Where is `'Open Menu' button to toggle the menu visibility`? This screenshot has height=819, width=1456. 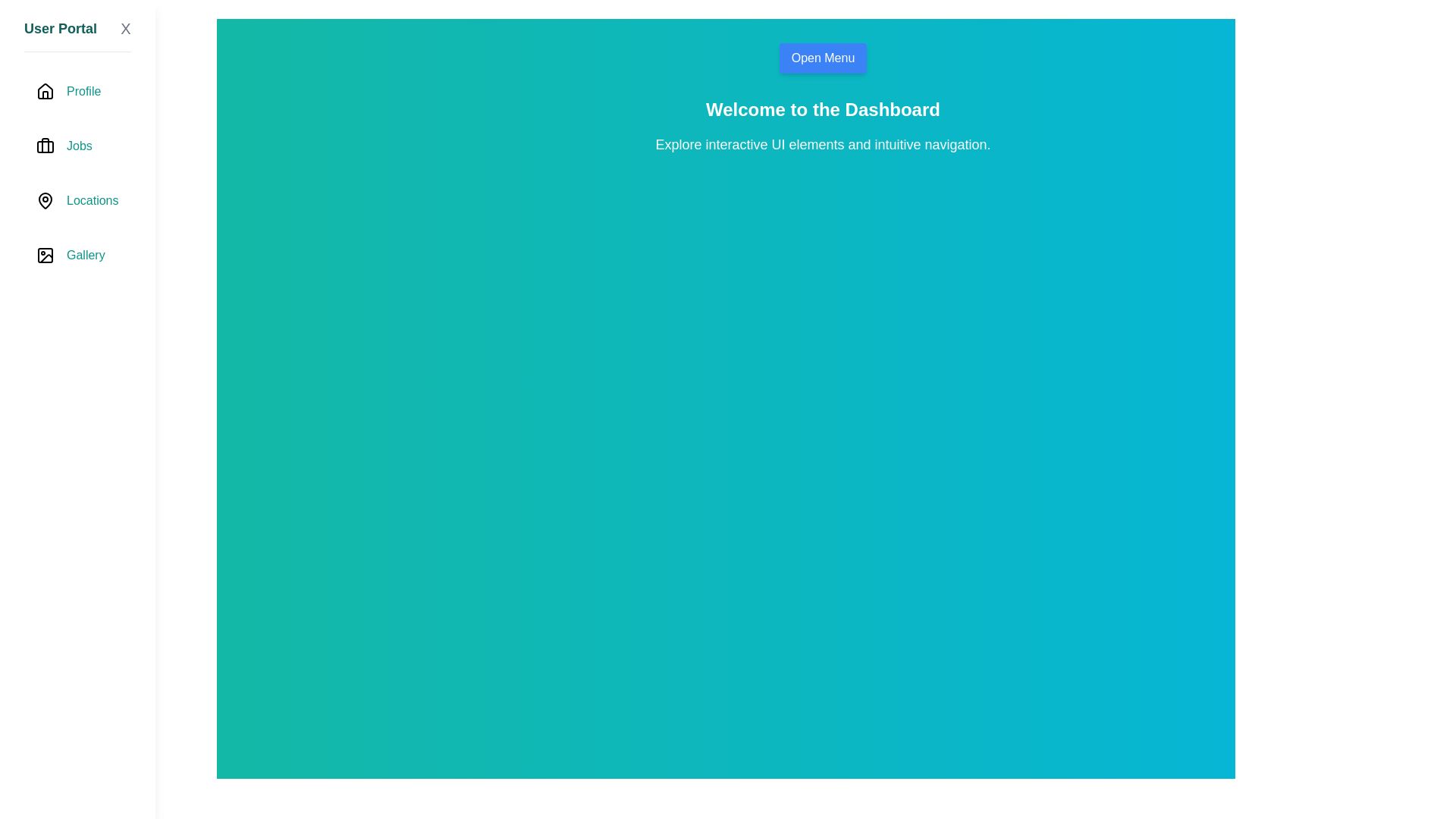
'Open Menu' button to toggle the menu visibility is located at coordinates (821, 58).